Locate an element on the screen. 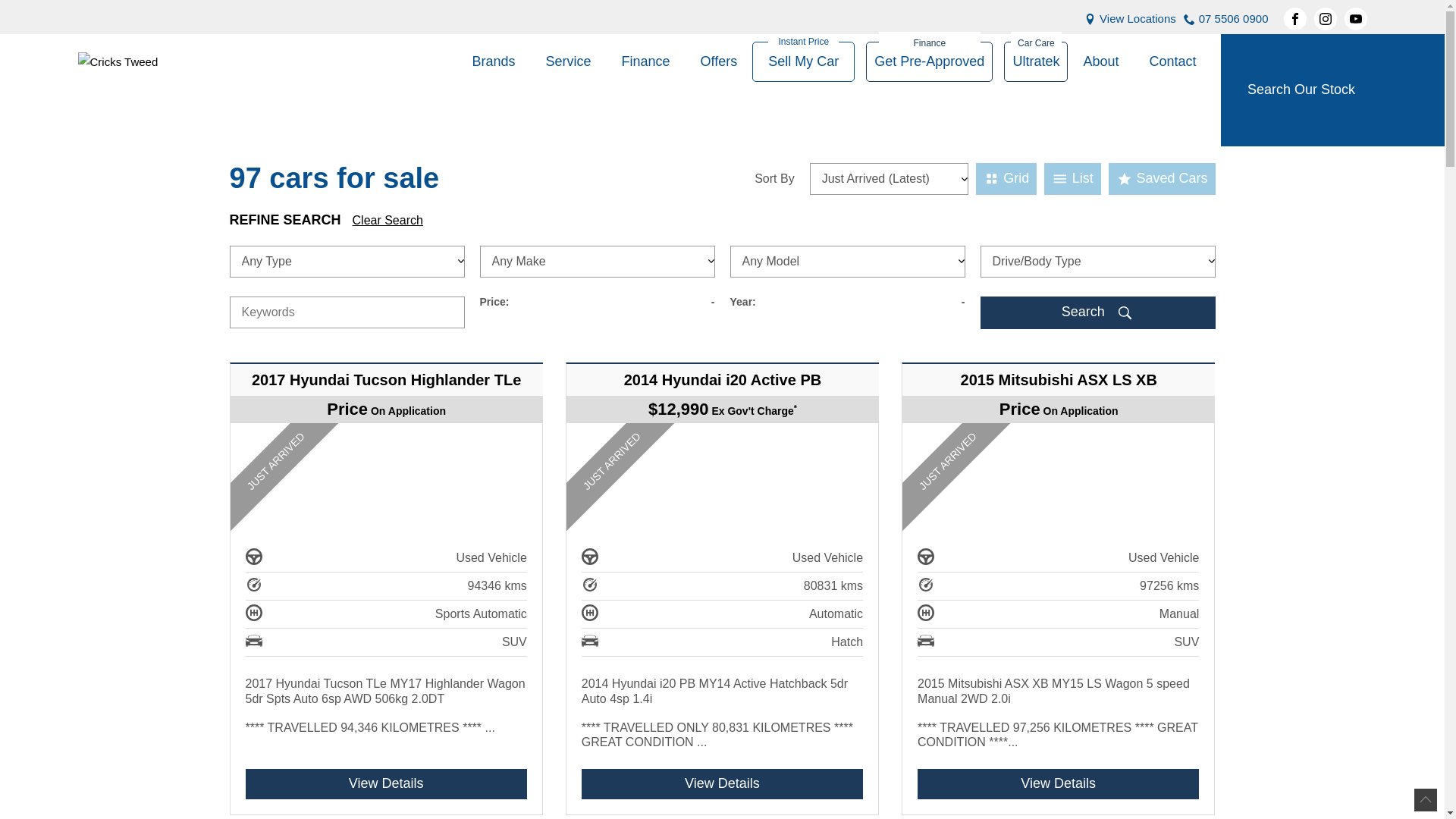 Image resolution: width=1456 pixels, height=819 pixels. 'View Locations' is located at coordinates (1137, 18).